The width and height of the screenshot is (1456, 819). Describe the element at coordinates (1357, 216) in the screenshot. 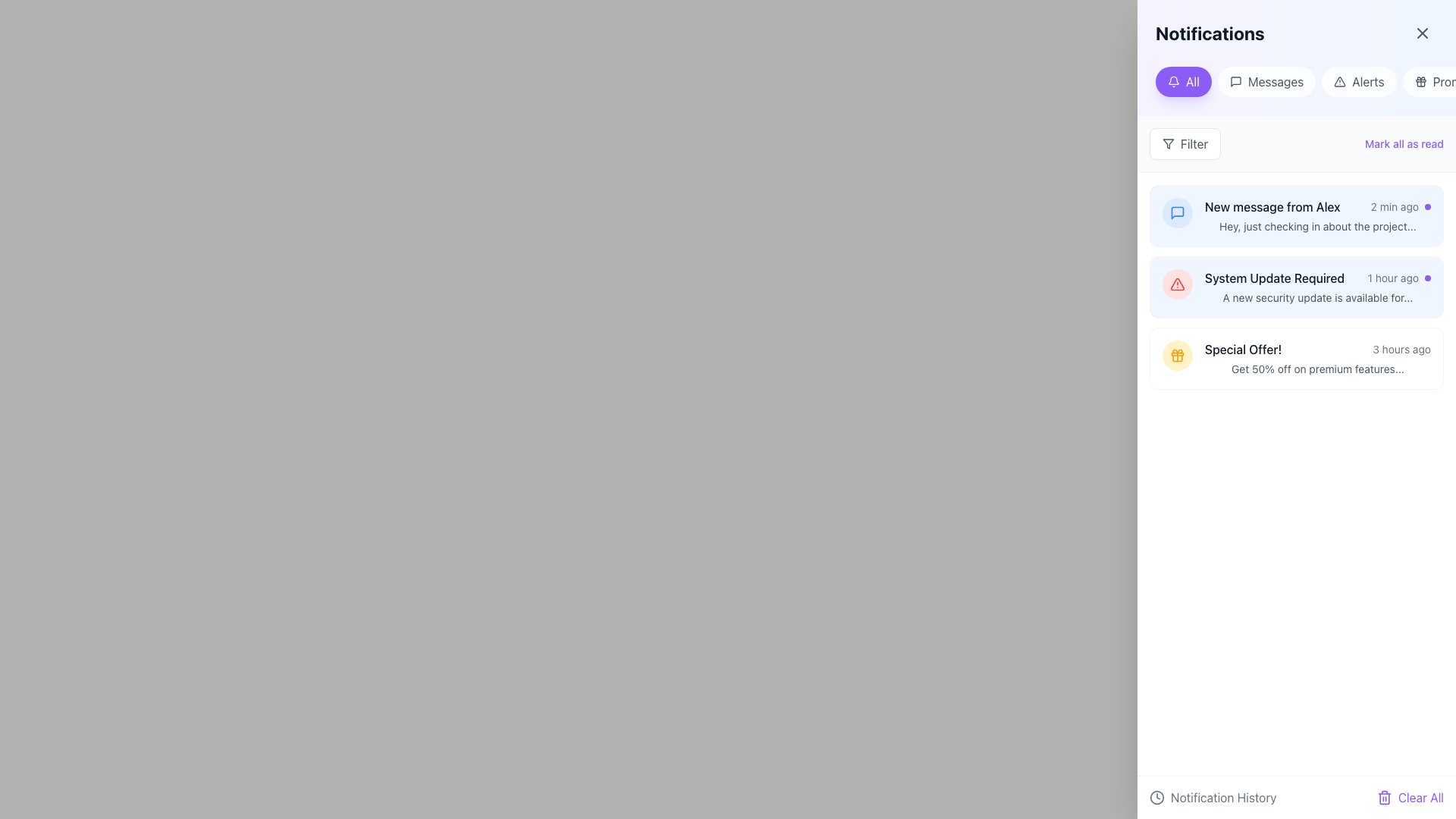

I see `the action button icon for managing or archiving the notification titled 'New message from Alex', which is located on the right side of the first notification in the list` at that location.